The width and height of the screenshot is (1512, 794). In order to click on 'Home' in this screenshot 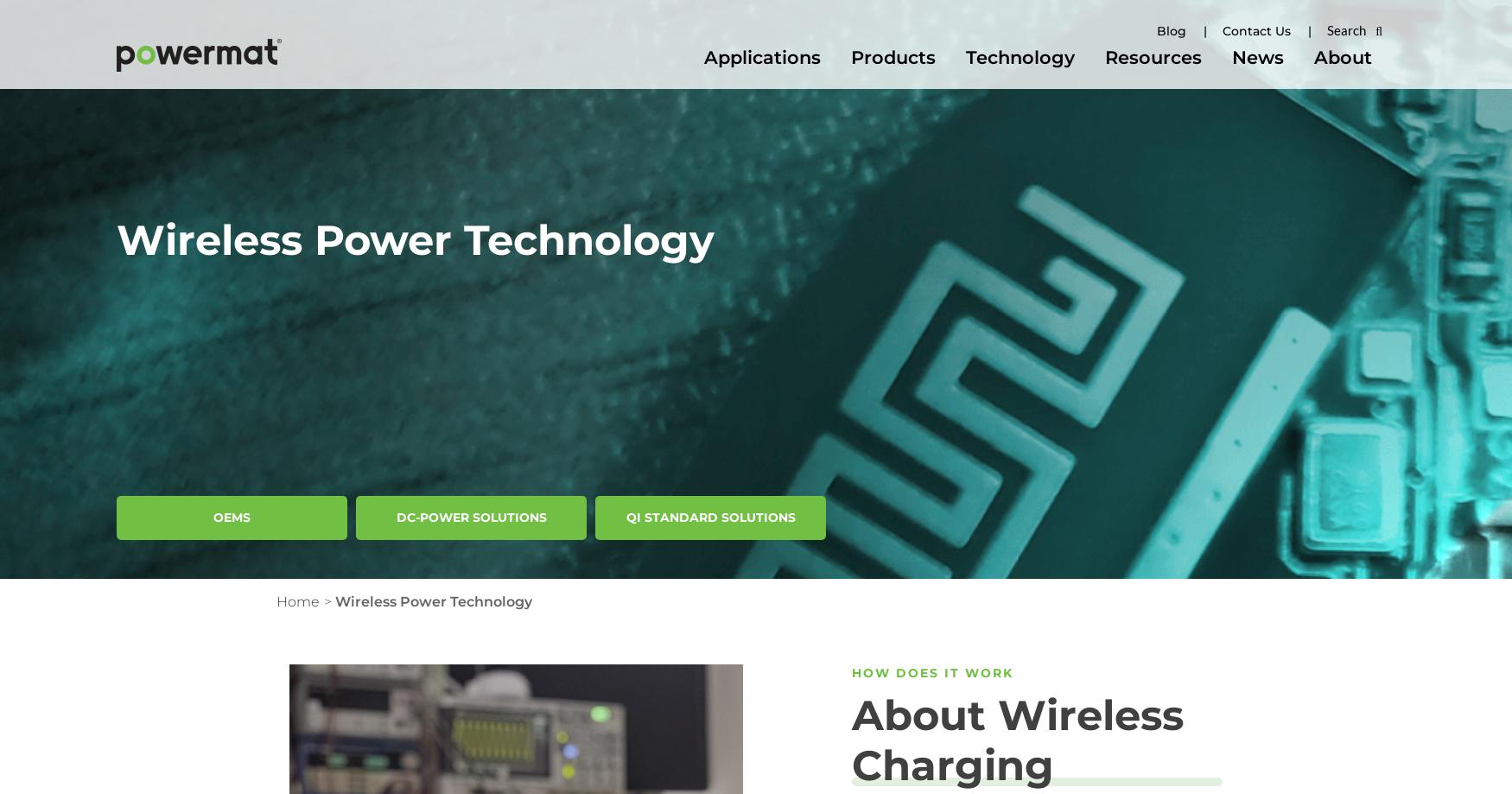, I will do `click(297, 600)`.